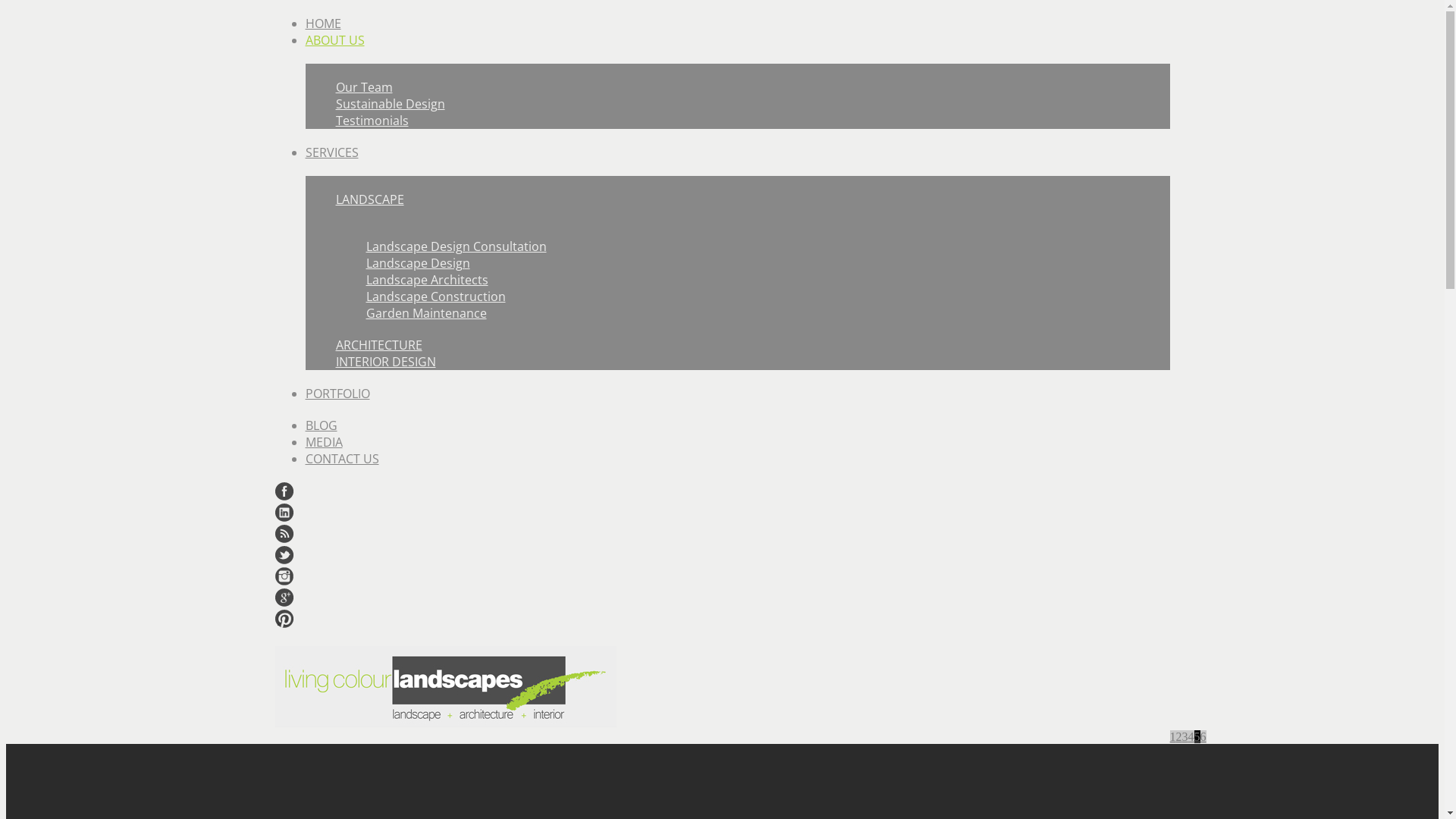 This screenshot has width=1456, height=819. I want to click on 'MEDIA', so click(322, 441).